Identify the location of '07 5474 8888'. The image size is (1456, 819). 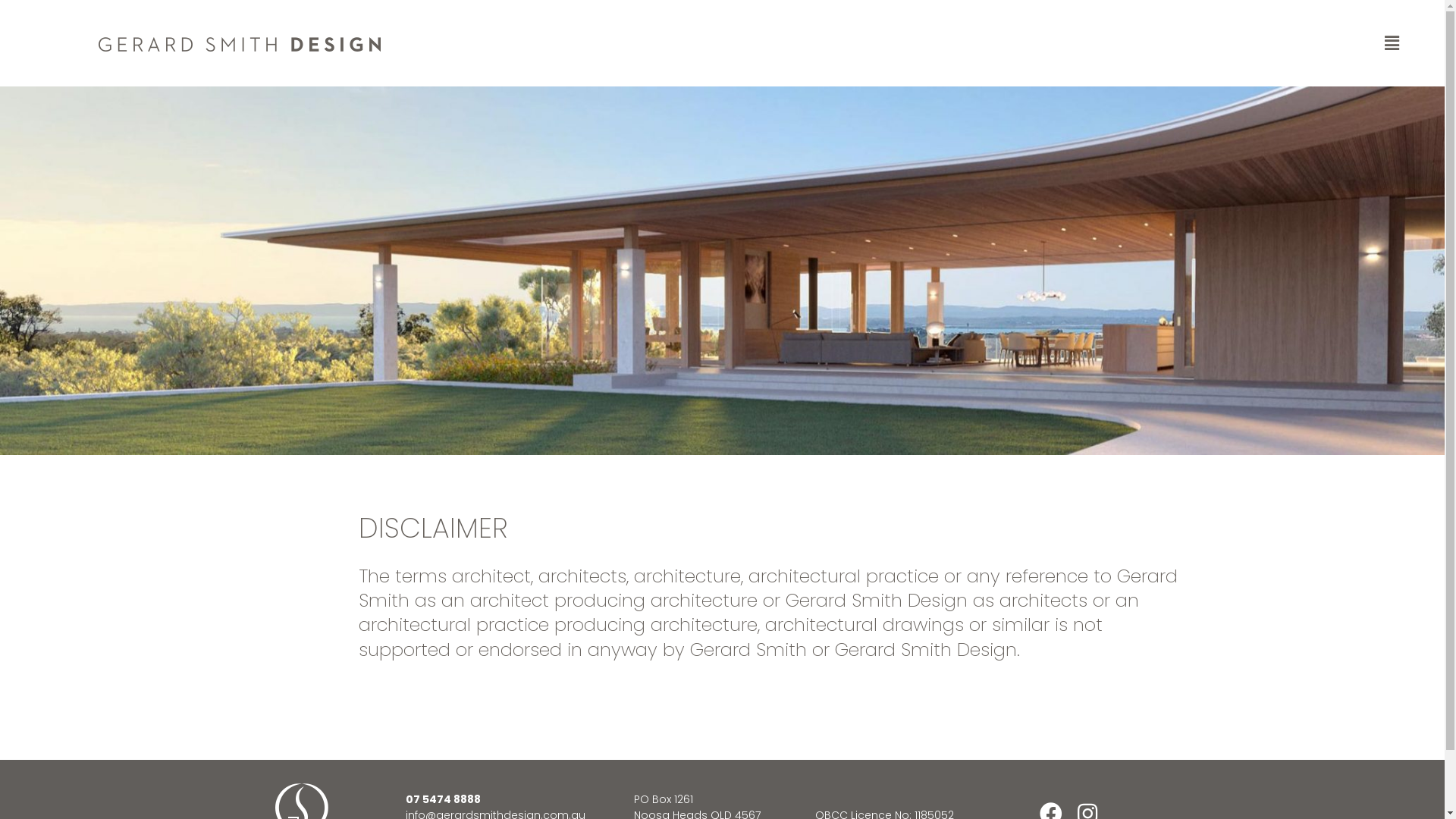
(442, 798).